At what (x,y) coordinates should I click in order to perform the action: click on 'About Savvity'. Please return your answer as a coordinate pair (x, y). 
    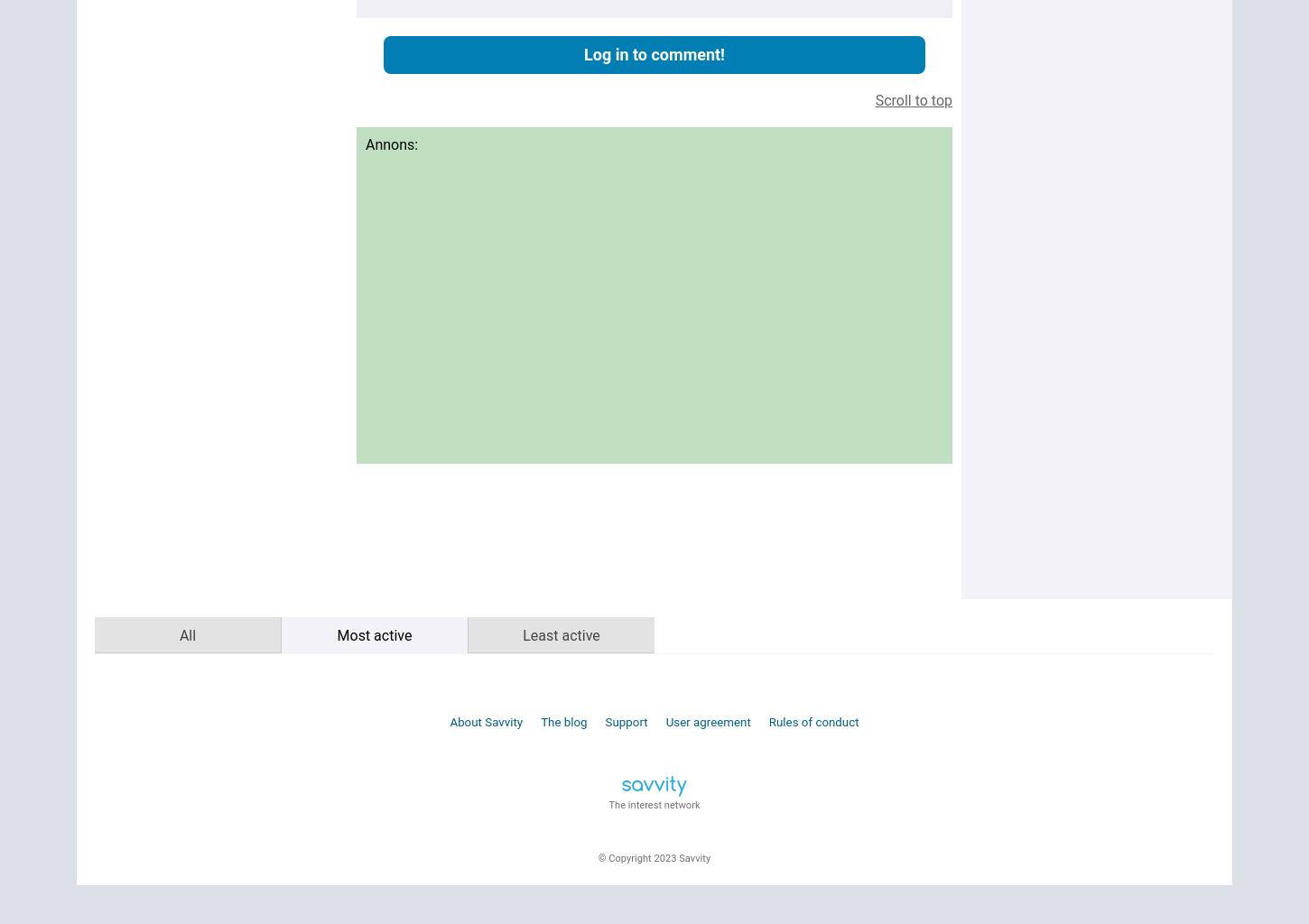
    Looking at the image, I should click on (486, 721).